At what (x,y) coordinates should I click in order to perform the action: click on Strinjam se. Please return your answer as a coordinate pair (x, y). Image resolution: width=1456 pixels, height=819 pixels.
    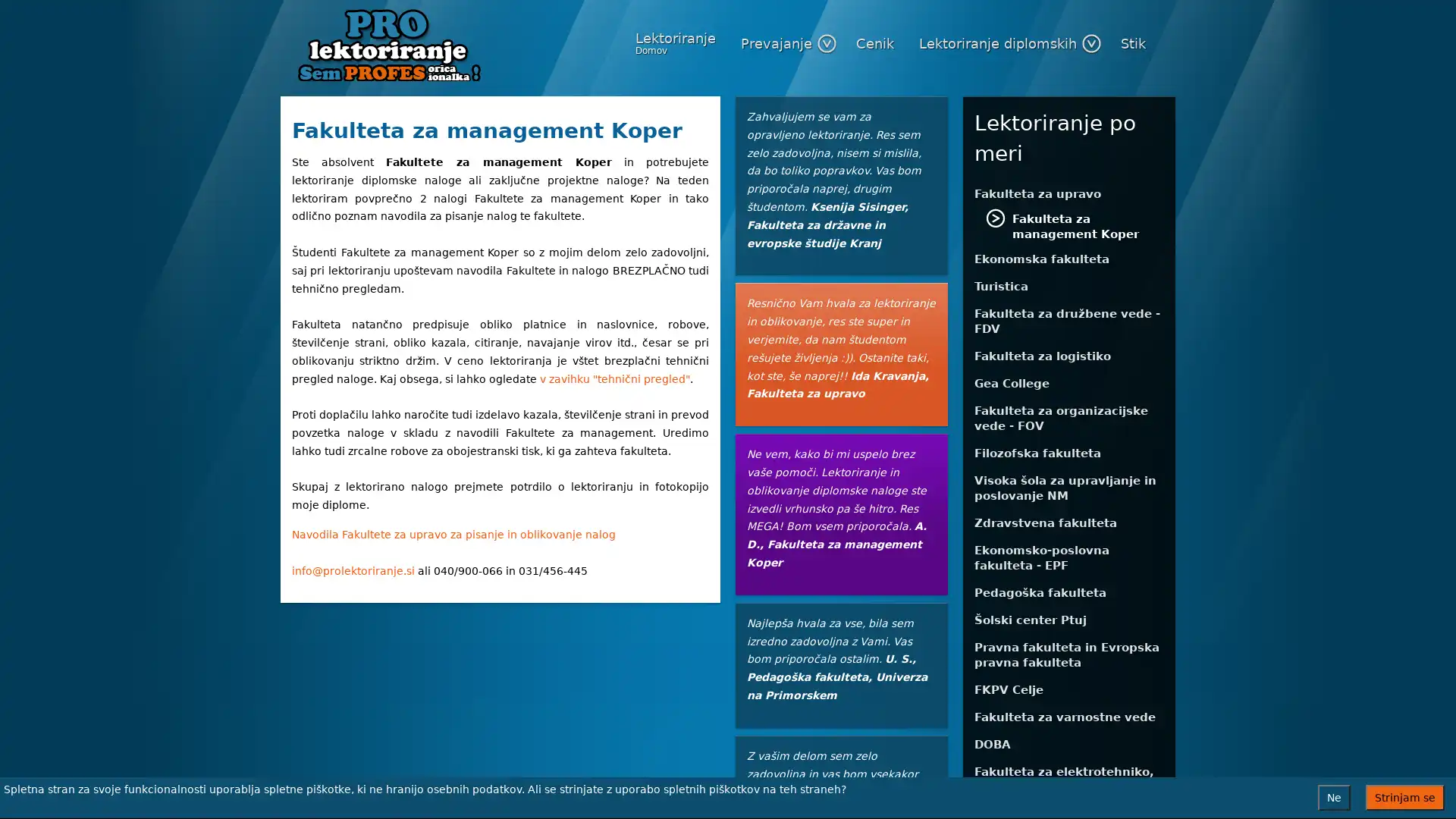
    Looking at the image, I should click on (1404, 797).